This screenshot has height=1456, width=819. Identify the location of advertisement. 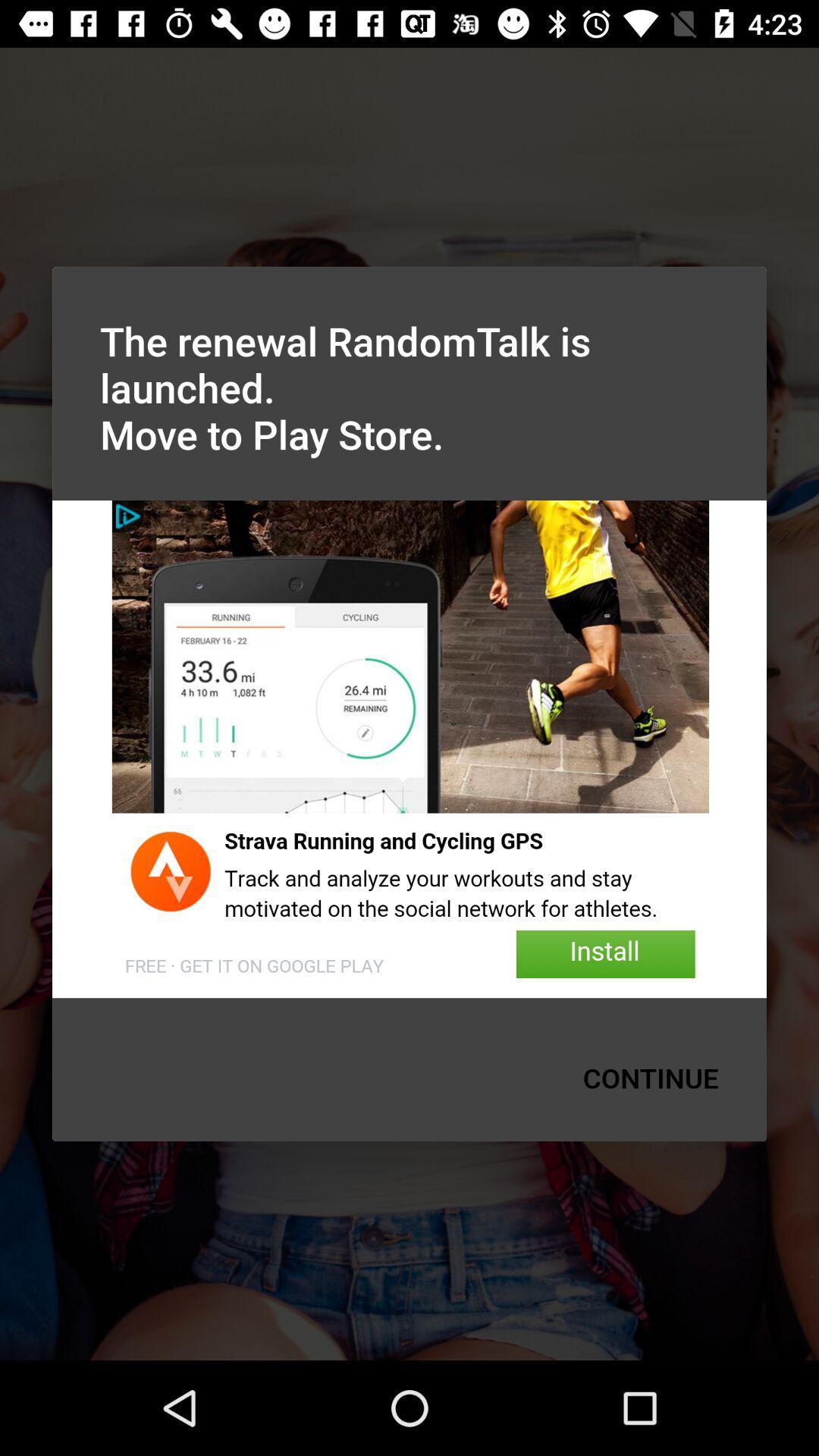
(409, 749).